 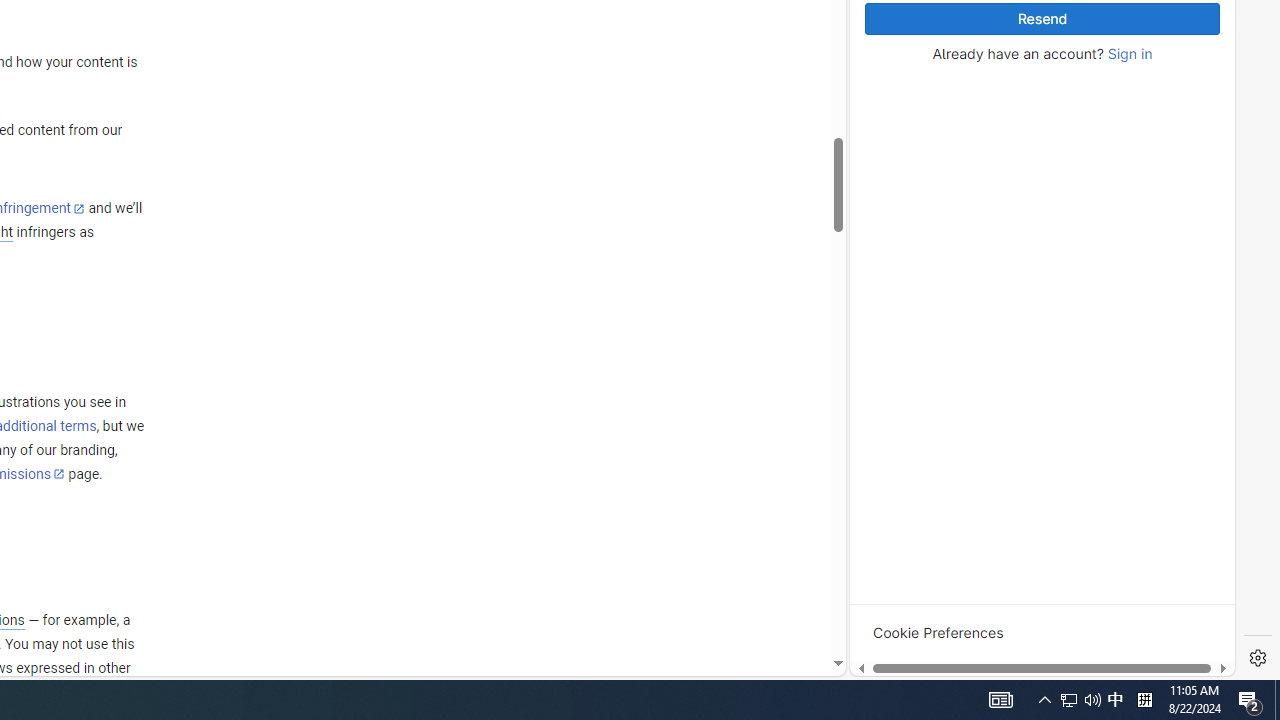 I want to click on 'Resend', so click(x=1041, y=19).